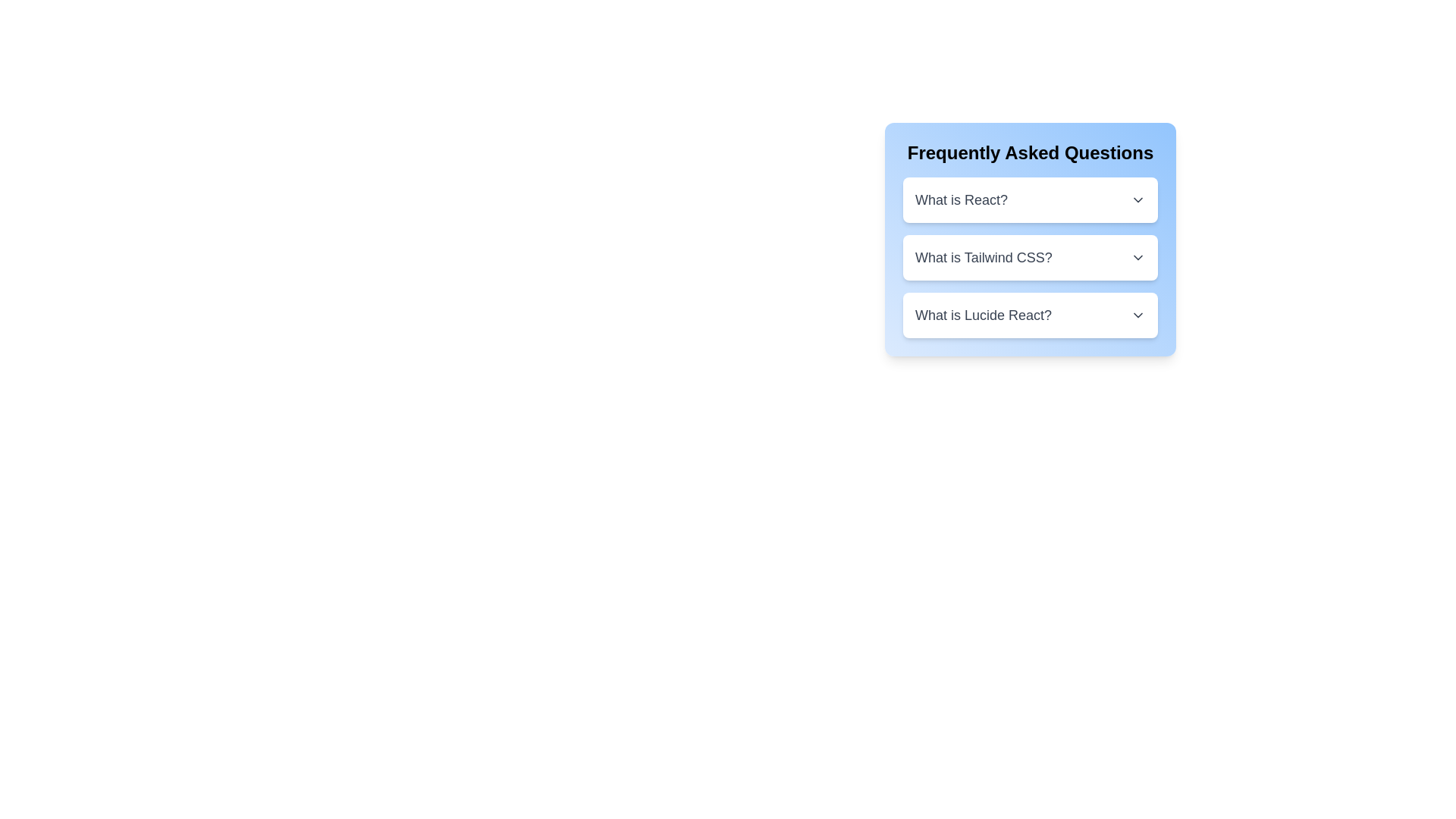  Describe the element at coordinates (984, 256) in the screenshot. I see `the label displaying the question 'What is Tailwind CSS?' in the FAQ section, located between 'What is React?' and 'What is Lucide React?'` at that location.